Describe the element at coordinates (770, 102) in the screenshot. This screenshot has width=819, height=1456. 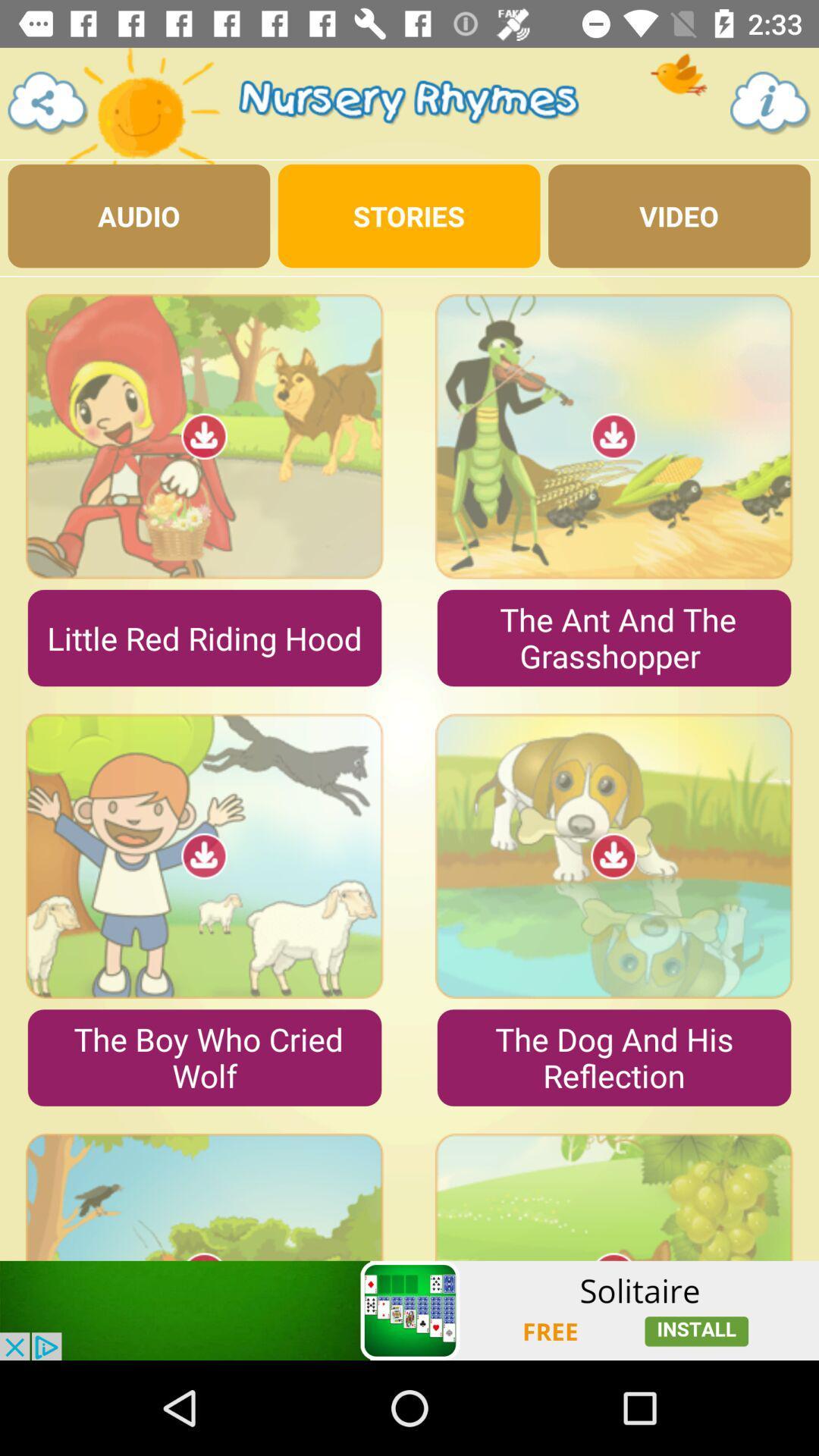
I see `the info icon` at that location.